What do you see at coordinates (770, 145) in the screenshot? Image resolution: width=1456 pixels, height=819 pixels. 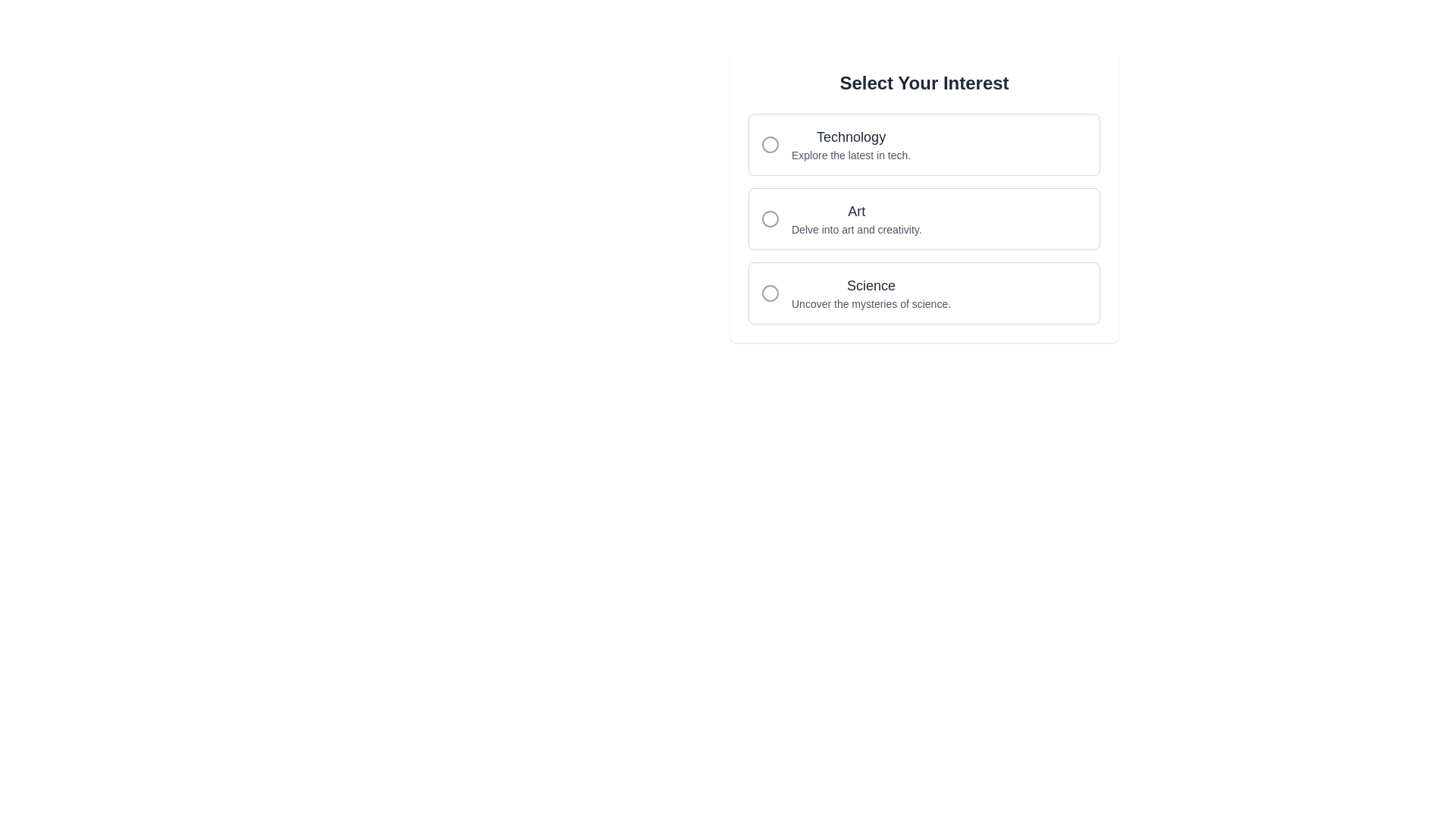 I see `the circular SVG element that is styled with a light color scheme and located next to the 'Technology' label in the selectable interface` at bounding box center [770, 145].